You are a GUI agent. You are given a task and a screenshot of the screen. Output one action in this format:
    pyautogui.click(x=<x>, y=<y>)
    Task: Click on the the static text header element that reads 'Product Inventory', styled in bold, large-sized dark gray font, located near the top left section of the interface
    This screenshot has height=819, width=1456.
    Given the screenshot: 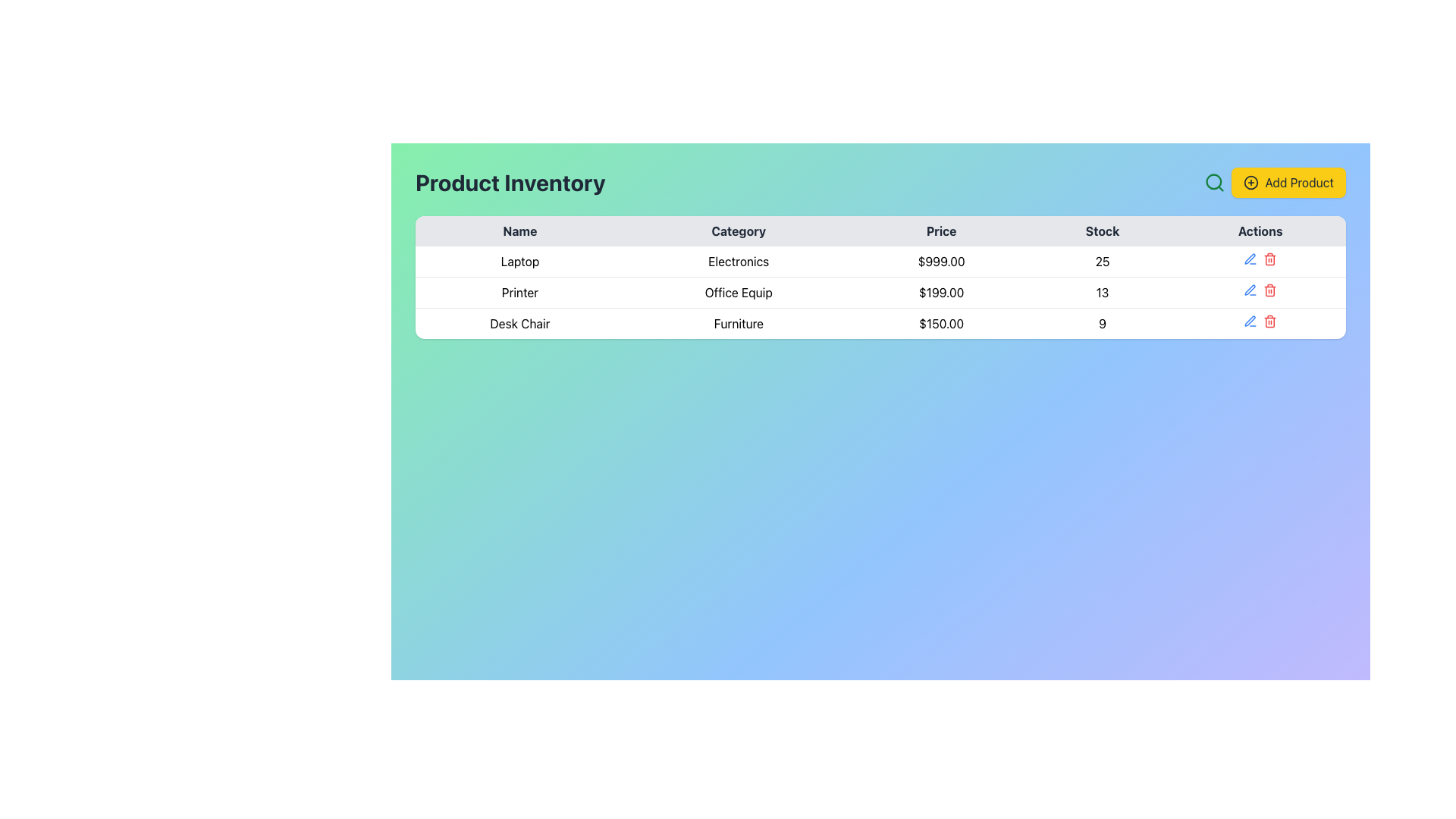 What is the action you would take?
    pyautogui.click(x=510, y=181)
    